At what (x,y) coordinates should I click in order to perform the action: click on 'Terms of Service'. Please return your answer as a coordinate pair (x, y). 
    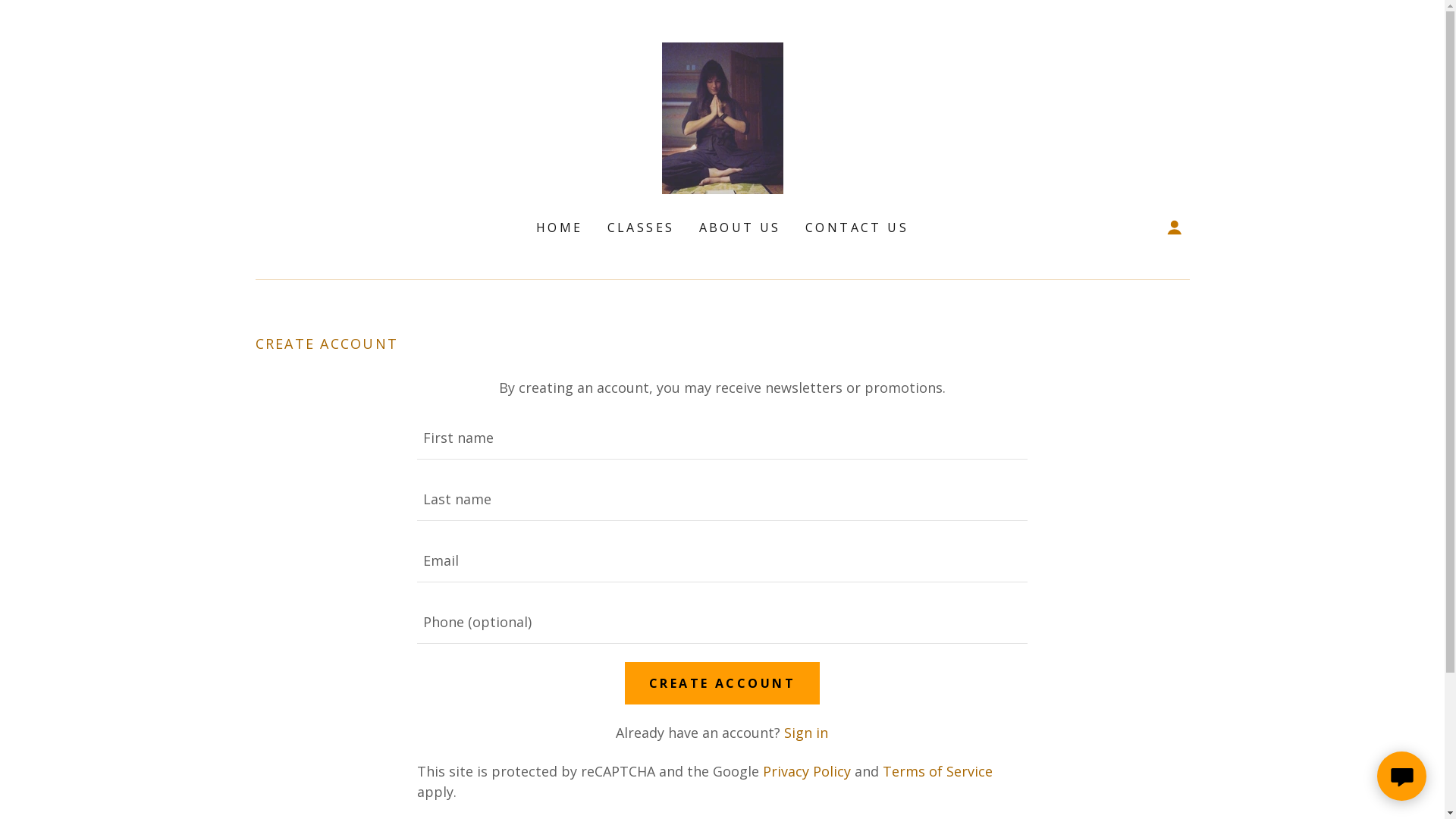
    Looking at the image, I should click on (937, 771).